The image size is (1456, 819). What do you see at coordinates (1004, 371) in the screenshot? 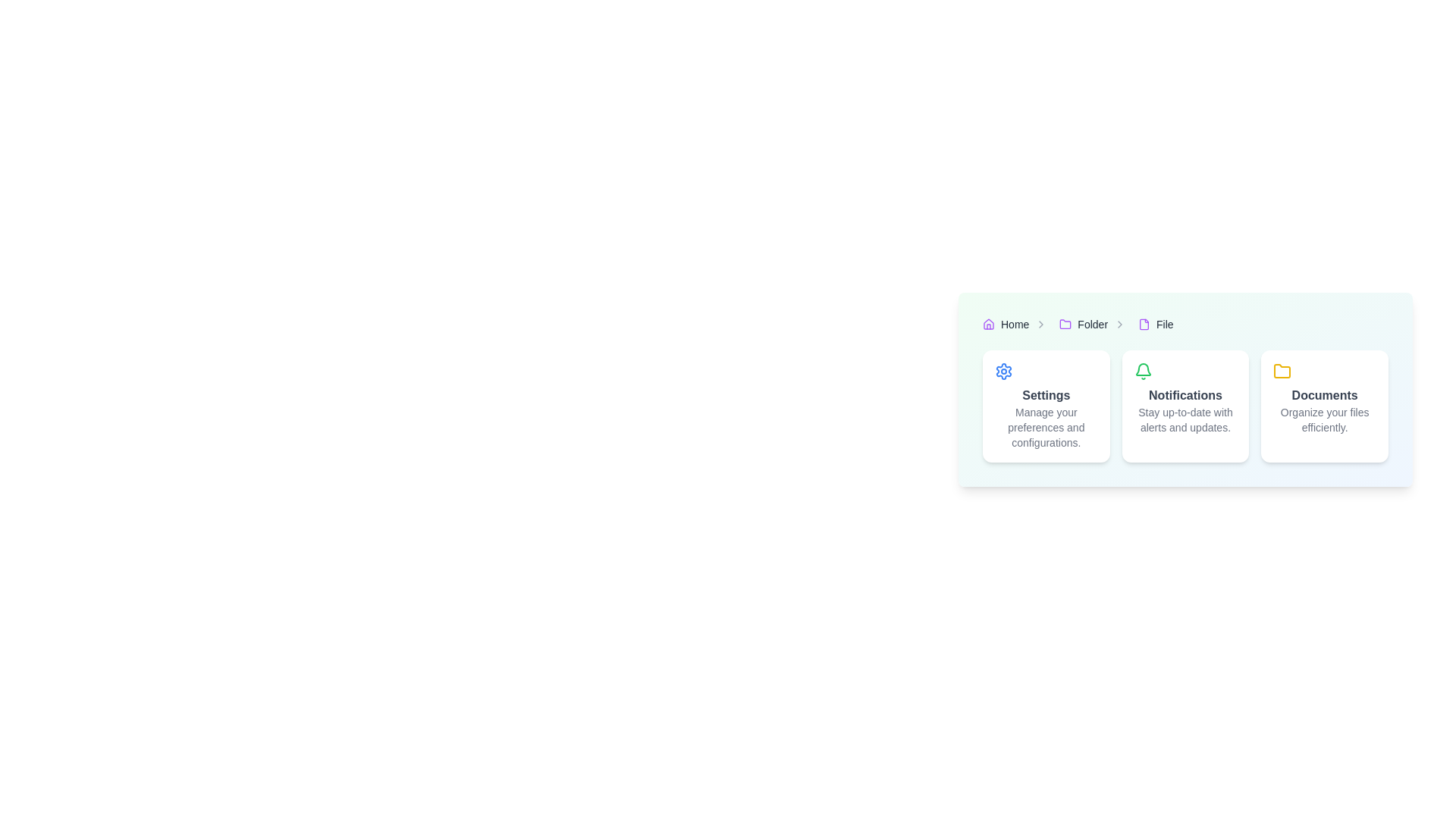
I see `the gear icon representing settings, which is located within the first card titled 'Settings' on the leftmost part of the card group` at bounding box center [1004, 371].